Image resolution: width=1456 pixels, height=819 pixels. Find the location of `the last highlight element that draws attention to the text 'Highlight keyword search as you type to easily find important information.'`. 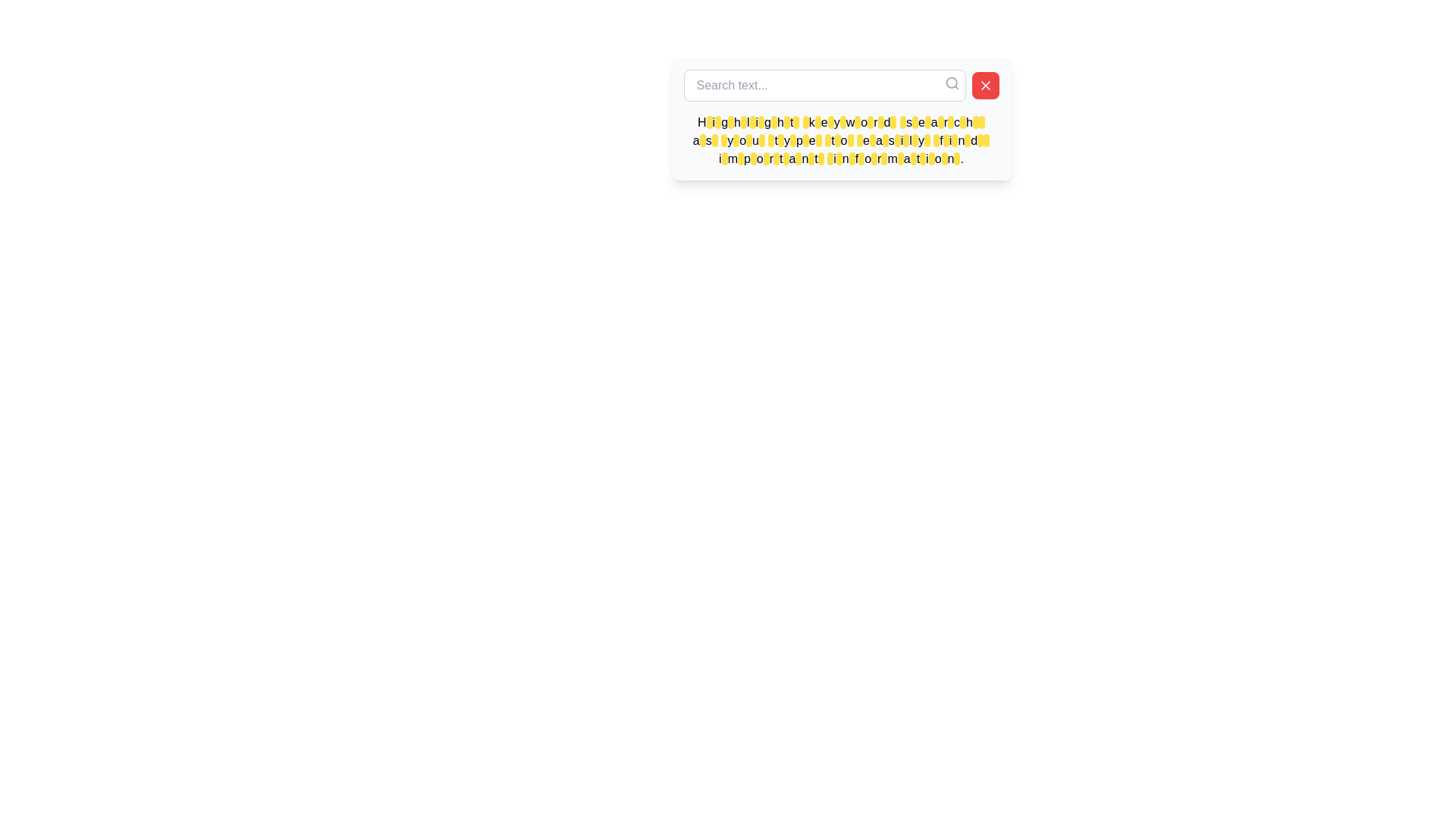

the last highlight element that draws attention to the text 'Highlight keyword search as you type to easily find important information.' is located at coordinates (914, 121).